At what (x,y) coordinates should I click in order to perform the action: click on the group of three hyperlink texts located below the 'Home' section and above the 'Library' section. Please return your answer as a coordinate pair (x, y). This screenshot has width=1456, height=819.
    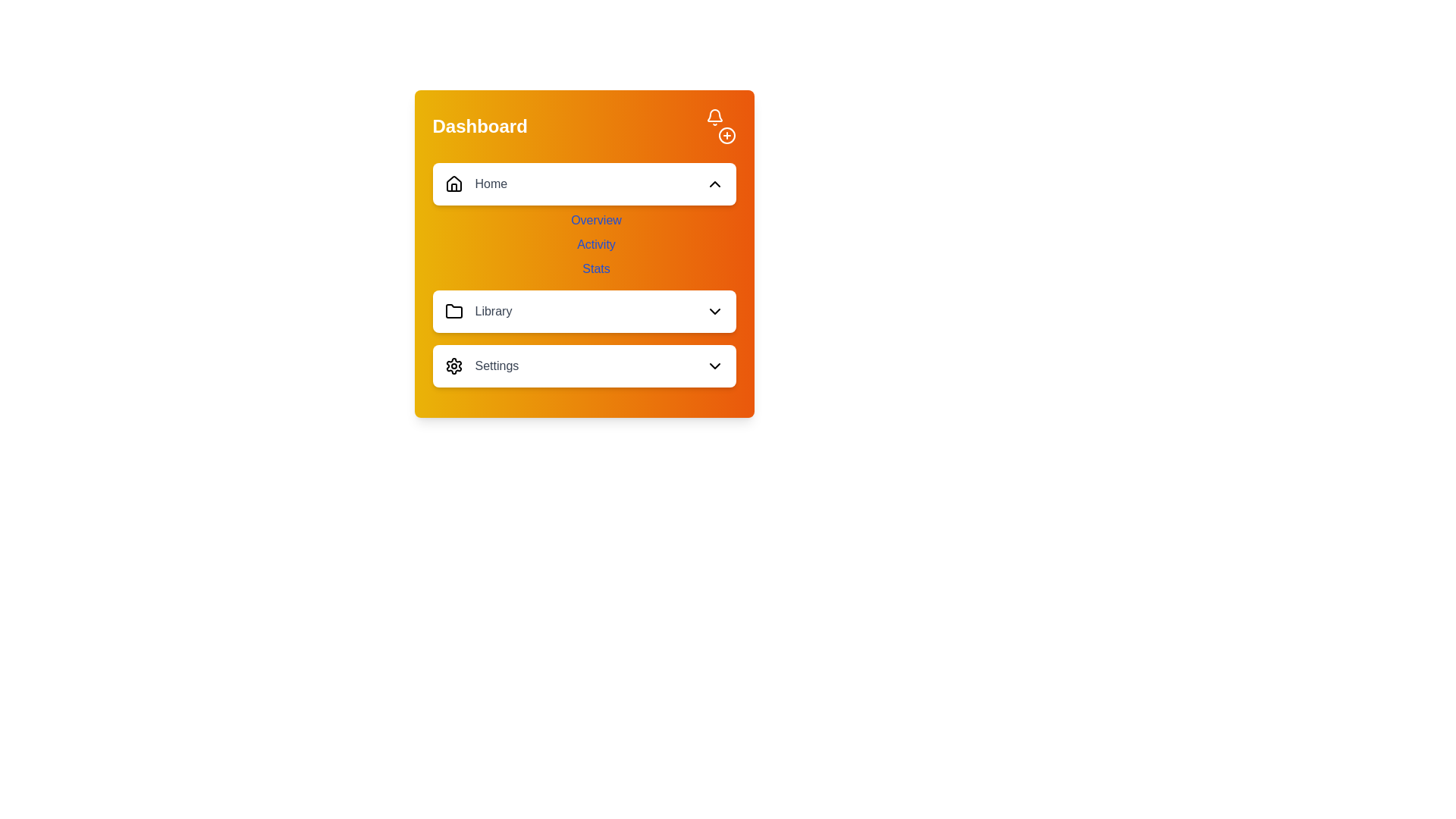
    Looking at the image, I should click on (583, 281).